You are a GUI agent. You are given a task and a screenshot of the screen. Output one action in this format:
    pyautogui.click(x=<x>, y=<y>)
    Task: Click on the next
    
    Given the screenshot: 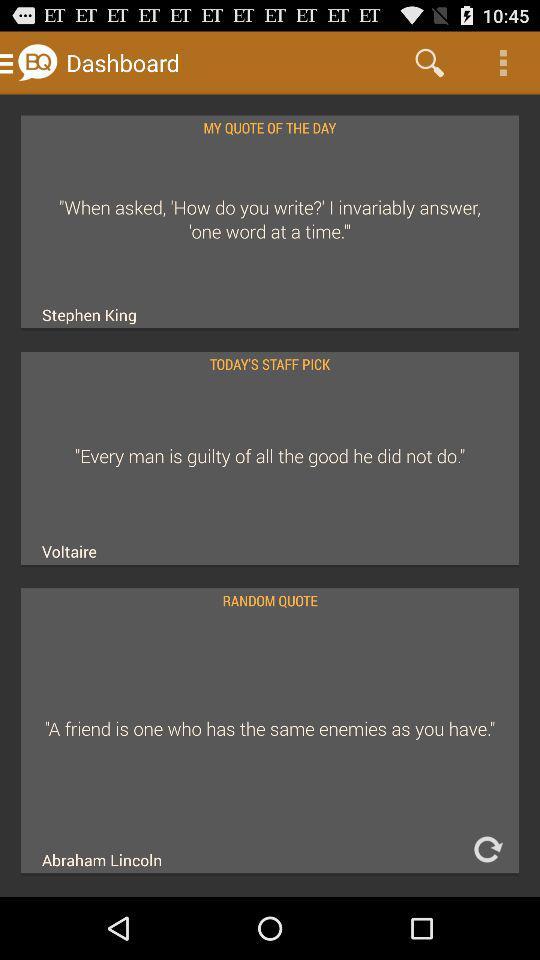 What is the action you would take?
    pyautogui.click(x=486, y=848)
    